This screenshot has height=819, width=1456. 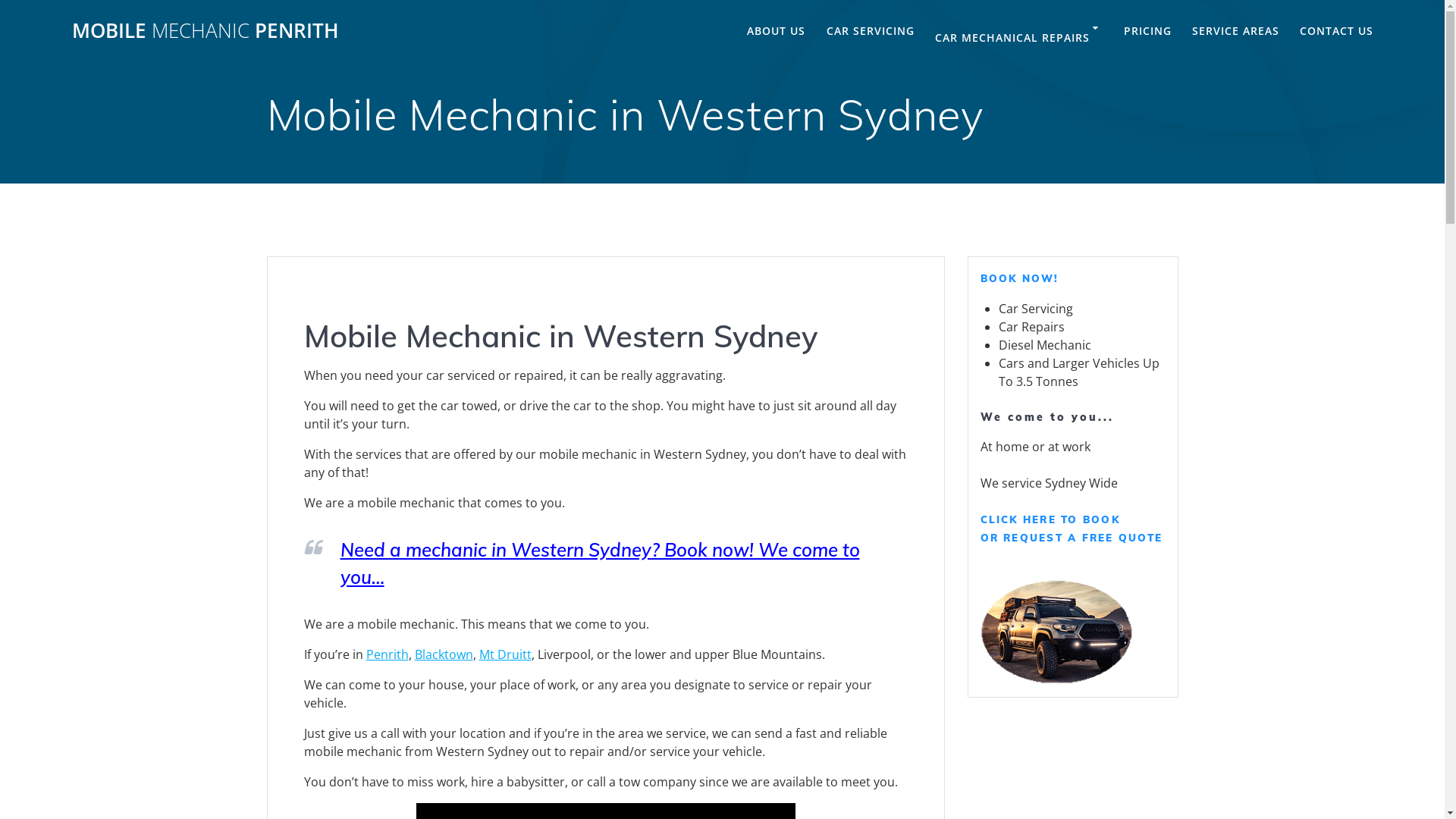 What do you see at coordinates (934, 38) in the screenshot?
I see `'CAR MECHANICAL REPAIRS'` at bounding box center [934, 38].